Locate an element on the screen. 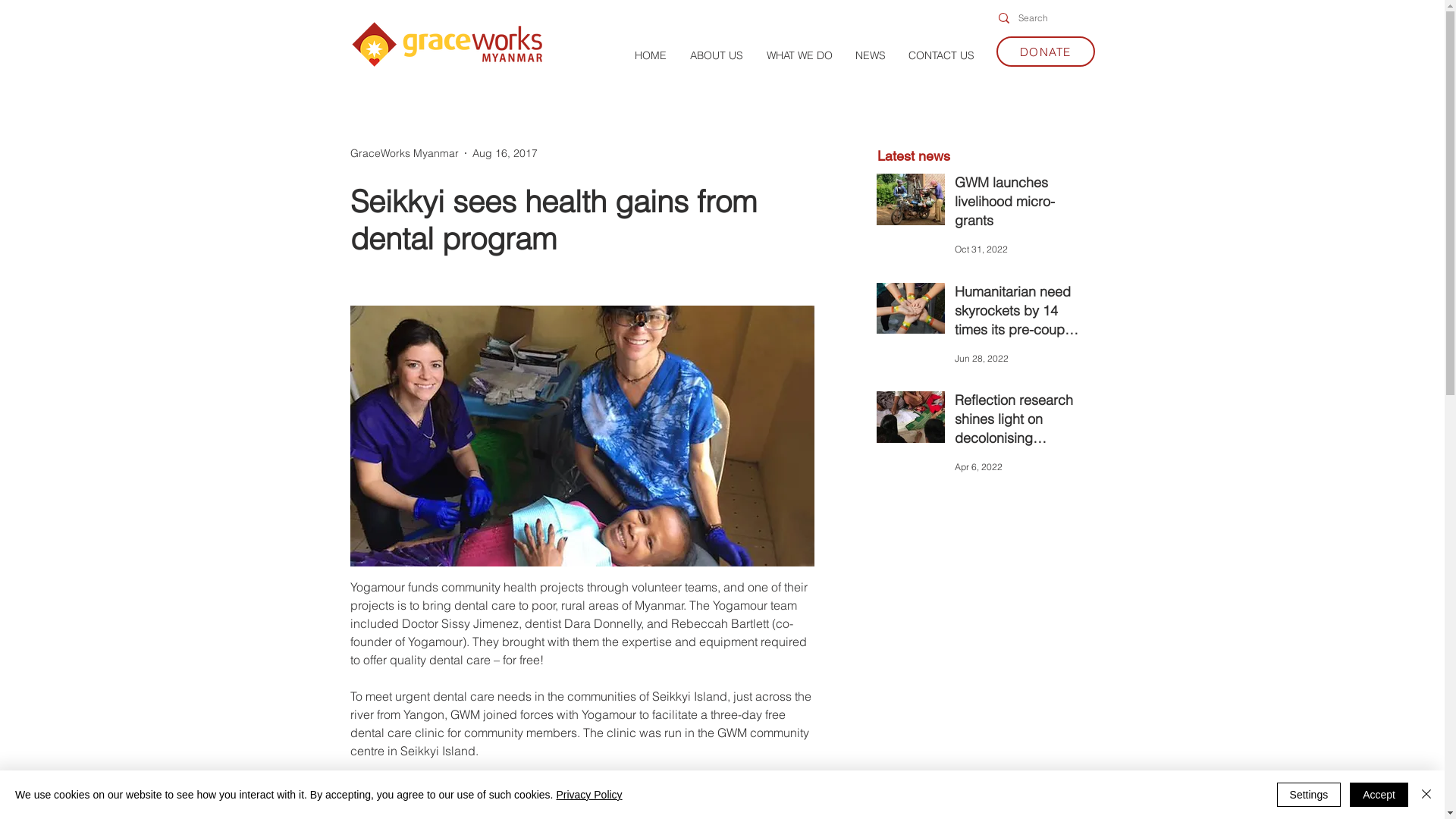 The height and width of the screenshot is (819, 1456). 'Humanitarian need skyrockets by 14 times its pre-coup levels' is located at coordinates (1019, 312).